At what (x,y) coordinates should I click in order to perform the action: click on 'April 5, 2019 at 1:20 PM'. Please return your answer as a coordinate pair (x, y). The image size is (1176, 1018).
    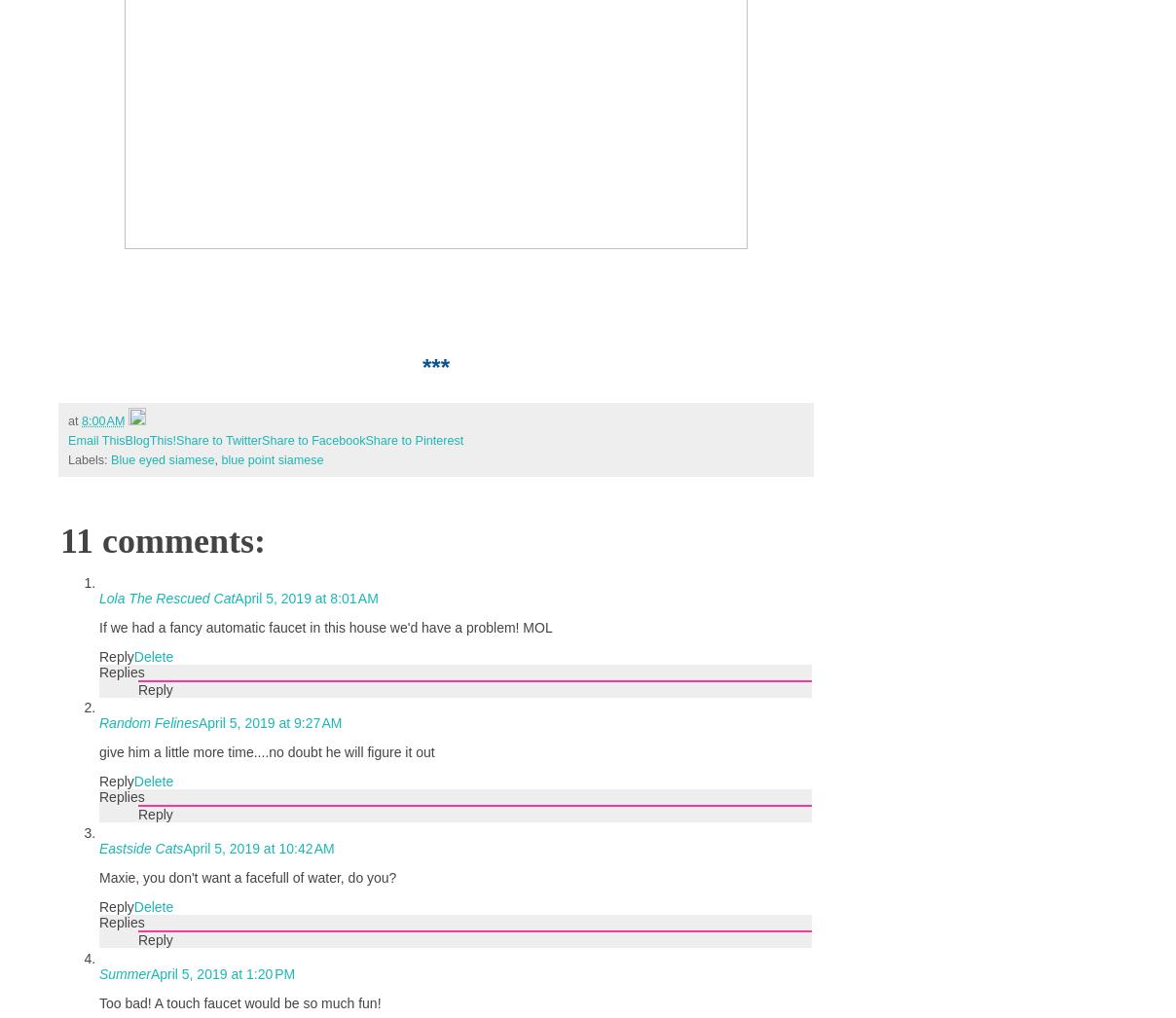
    Looking at the image, I should click on (150, 974).